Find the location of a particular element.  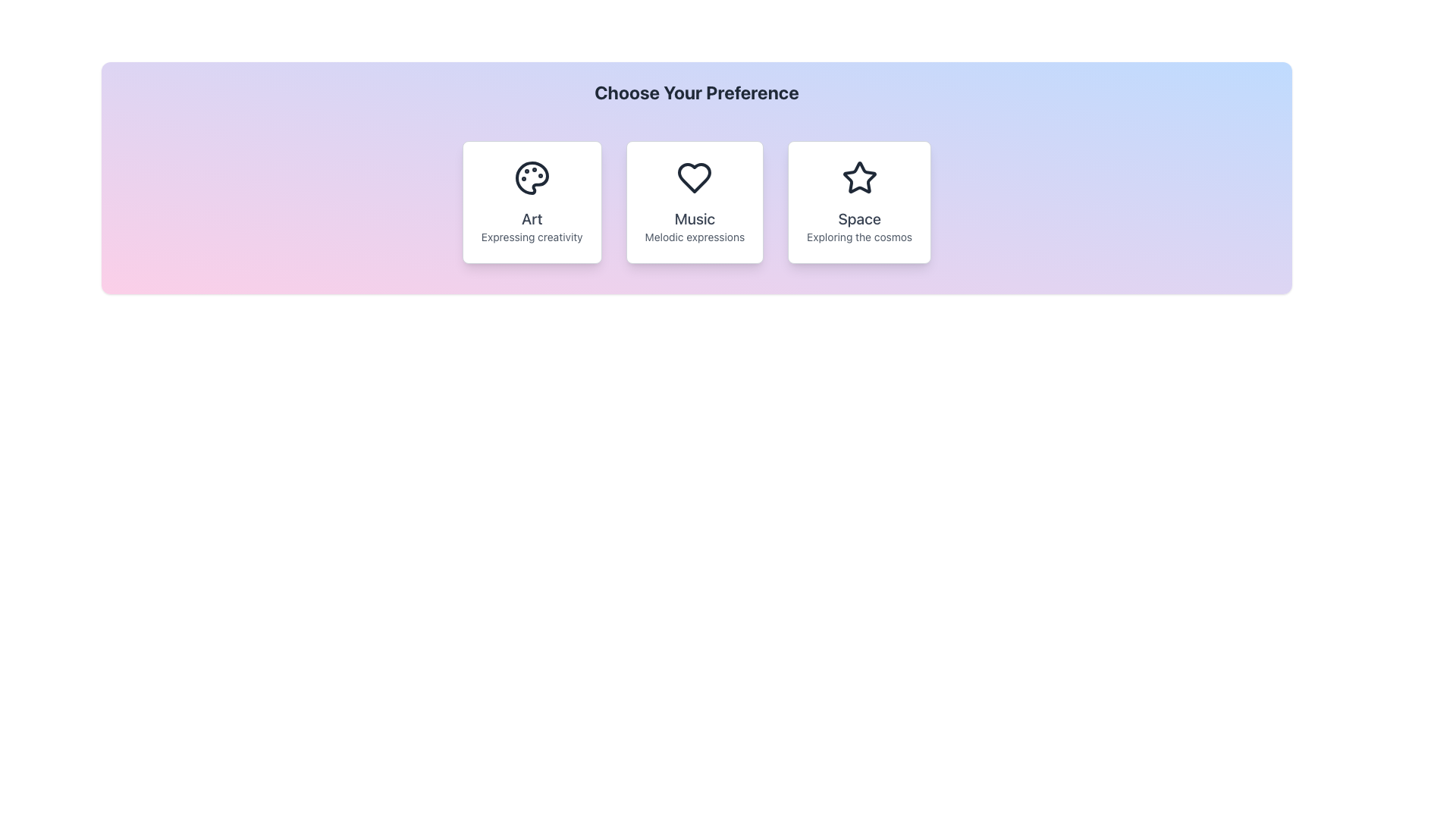

the heart-shaped graphic icon located in the center of the user interface under the title 'Choose Your Preference' in the 'Music' option is located at coordinates (694, 177).